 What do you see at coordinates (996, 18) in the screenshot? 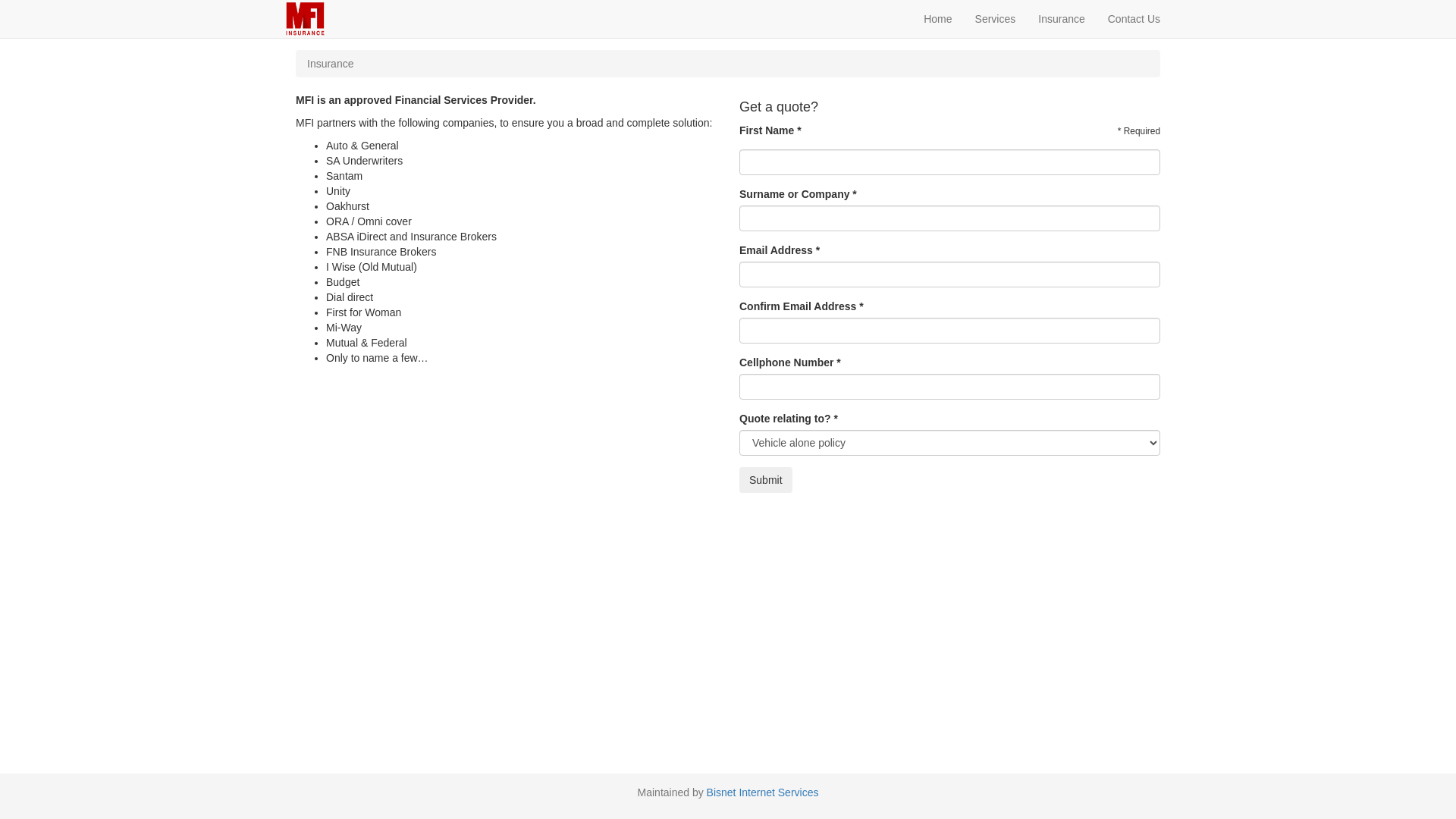
I see `'Services'` at bounding box center [996, 18].